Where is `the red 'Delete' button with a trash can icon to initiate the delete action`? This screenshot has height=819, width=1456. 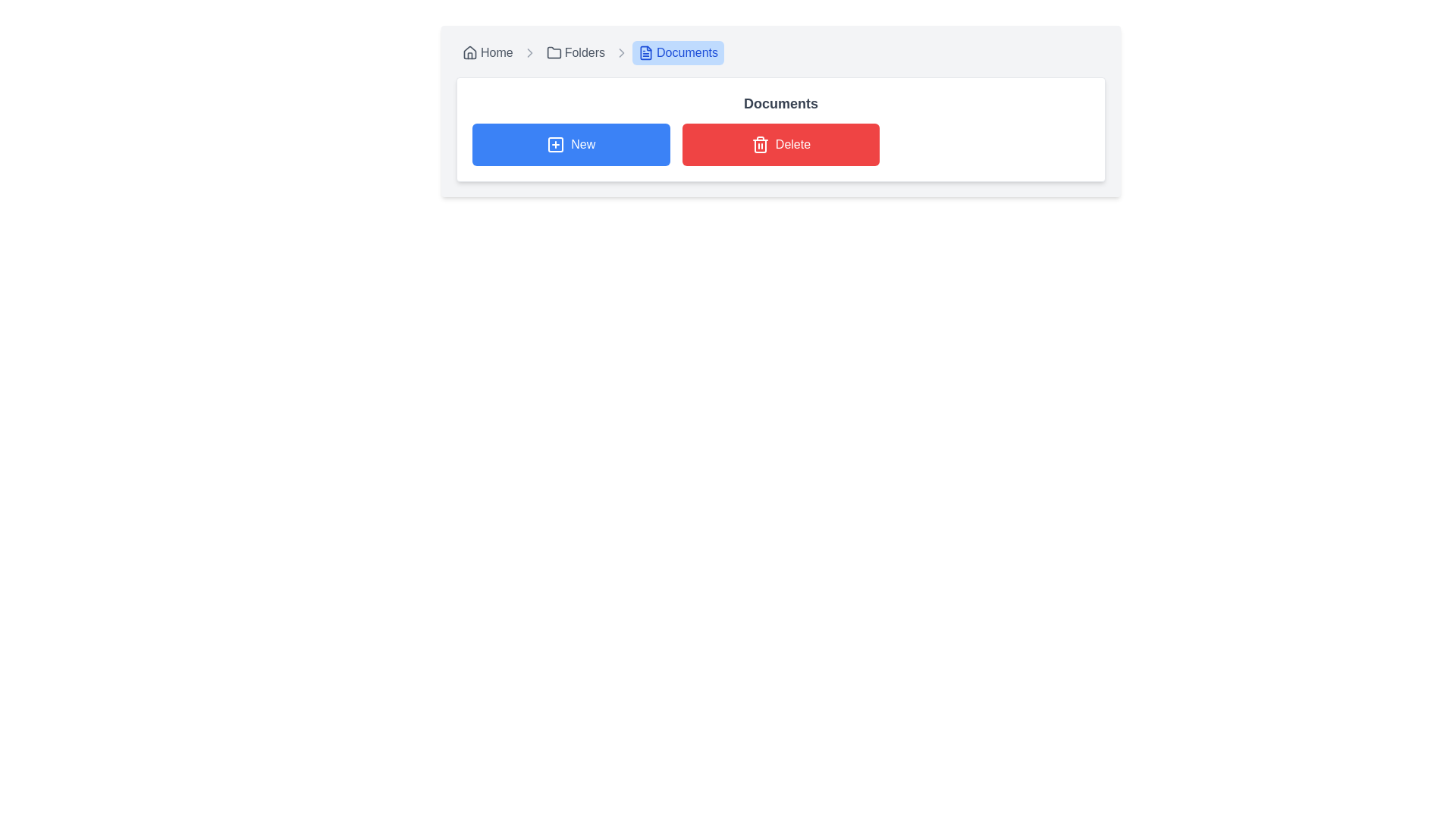 the red 'Delete' button with a trash can icon to initiate the delete action is located at coordinates (781, 145).